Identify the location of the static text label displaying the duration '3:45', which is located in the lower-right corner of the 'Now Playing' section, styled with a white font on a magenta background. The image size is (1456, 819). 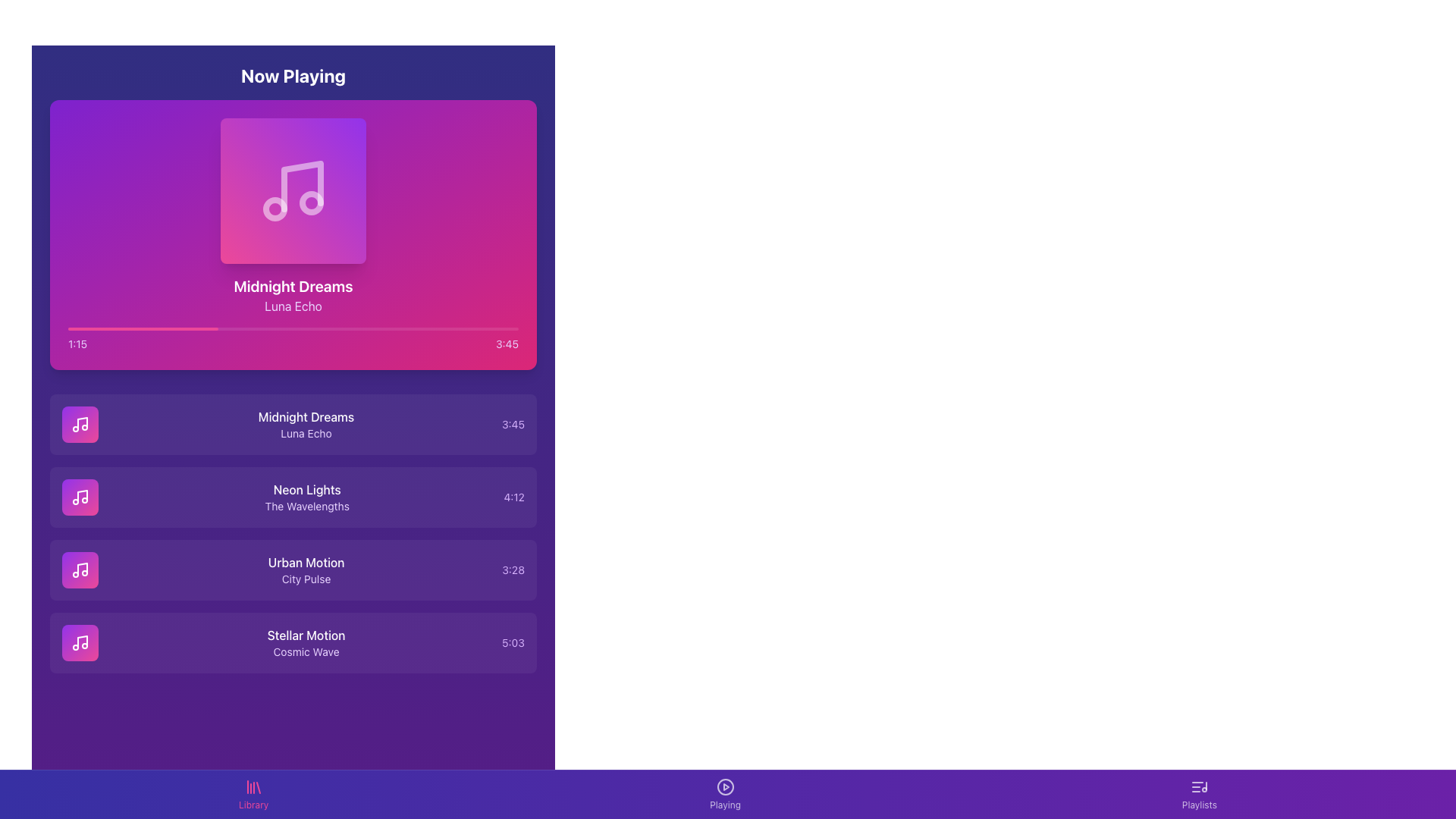
(507, 344).